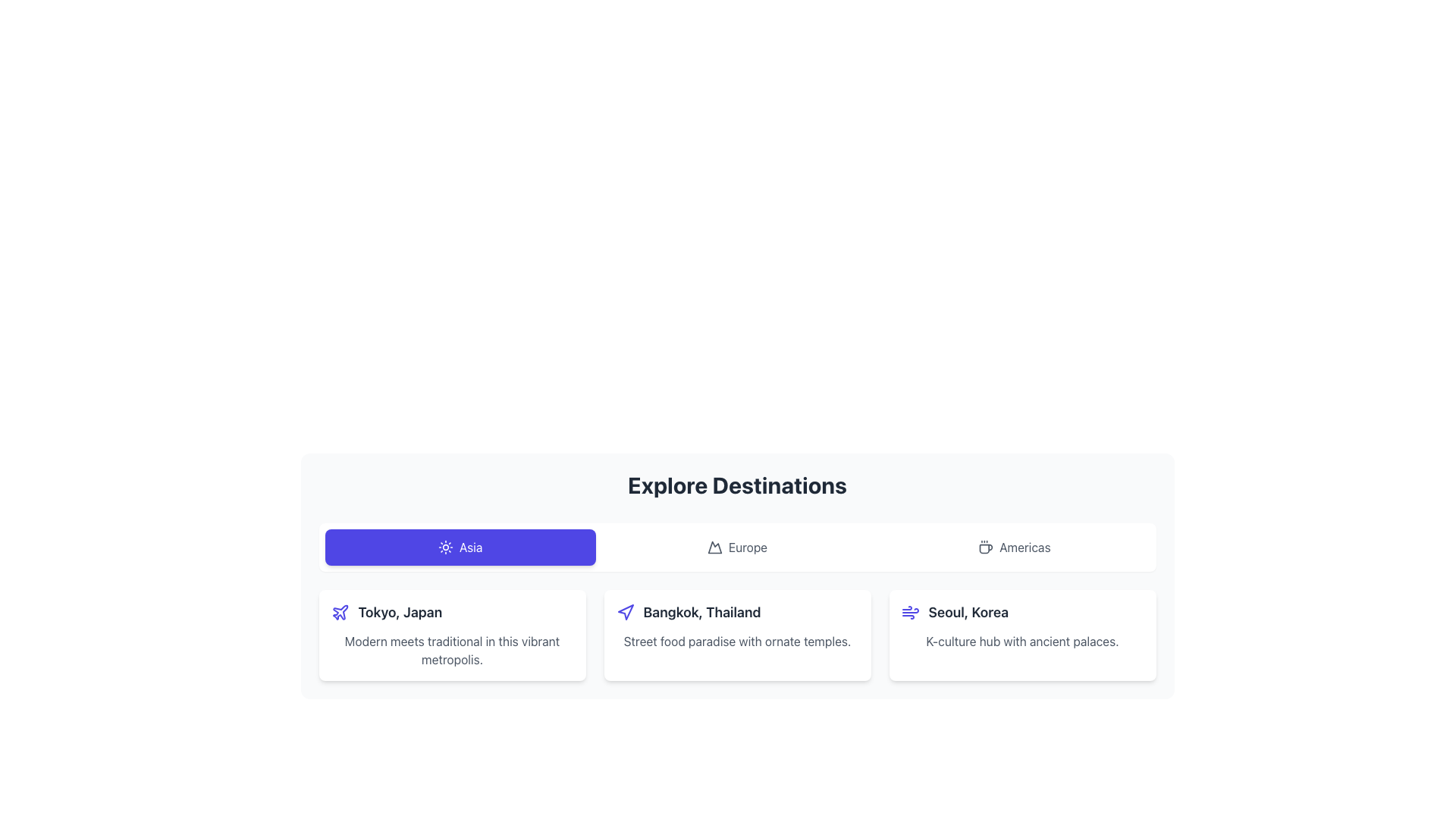  What do you see at coordinates (910, 611) in the screenshot?
I see `the Icon (SVG) that visually complements the 'Seoul, Korea' label, positioned at the leftmost side of the section` at bounding box center [910, 611].